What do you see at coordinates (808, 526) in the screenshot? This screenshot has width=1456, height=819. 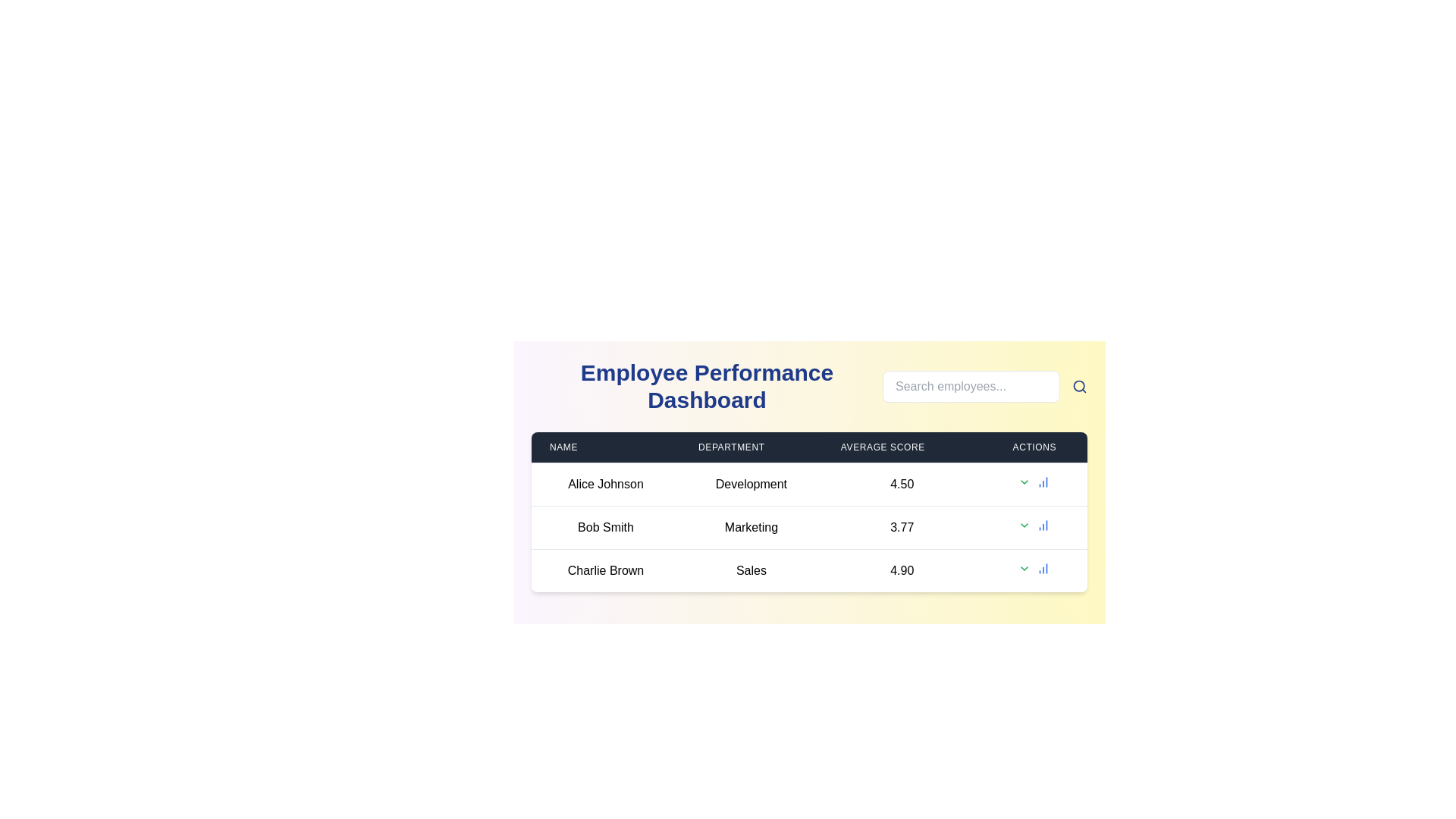 I see `the second row of the employee table containing 'Bob Smith', 'Marketing', and '3.77'` at bounding box center [808, 526].